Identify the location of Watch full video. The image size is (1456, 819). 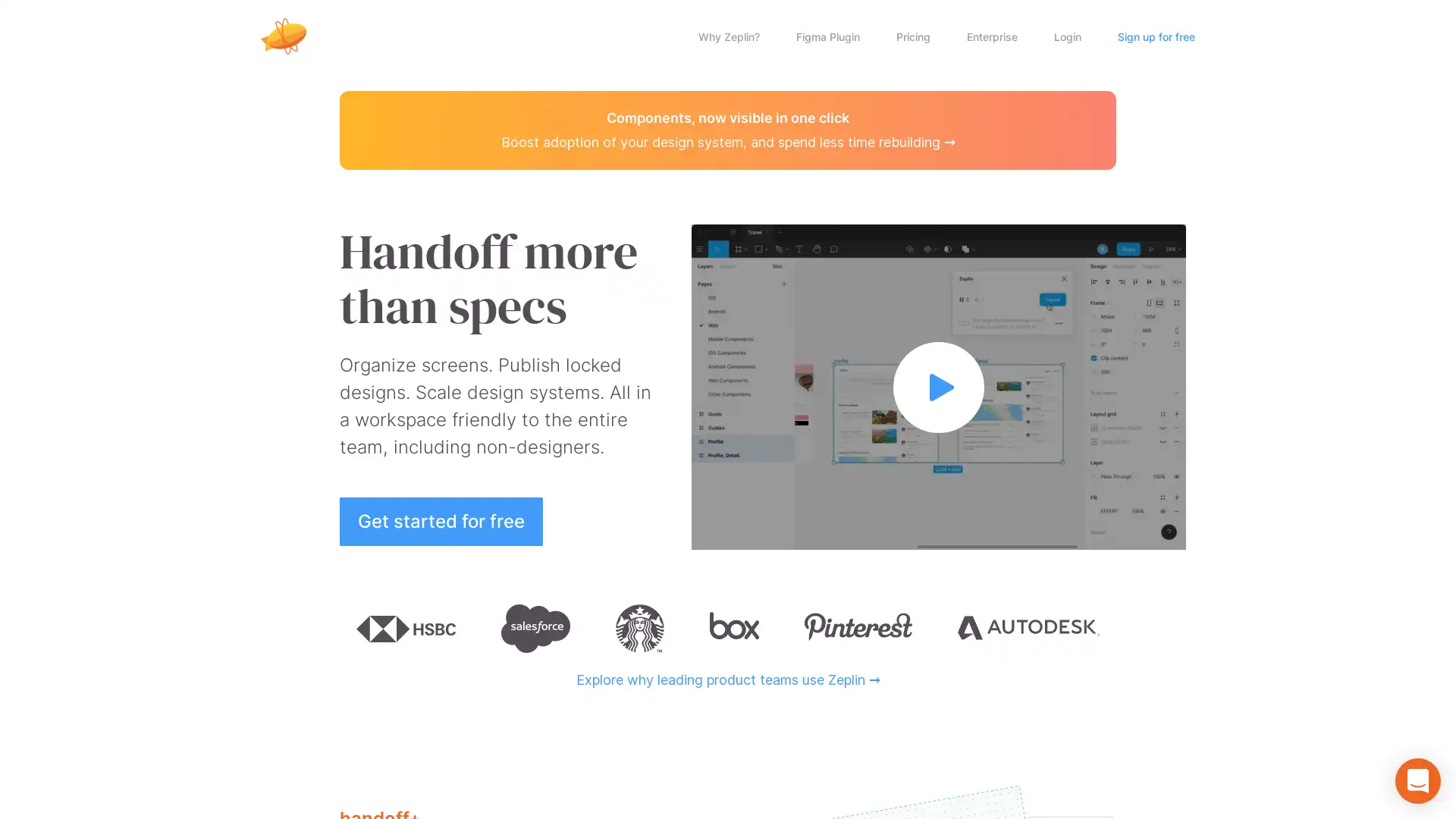
(938, 386).